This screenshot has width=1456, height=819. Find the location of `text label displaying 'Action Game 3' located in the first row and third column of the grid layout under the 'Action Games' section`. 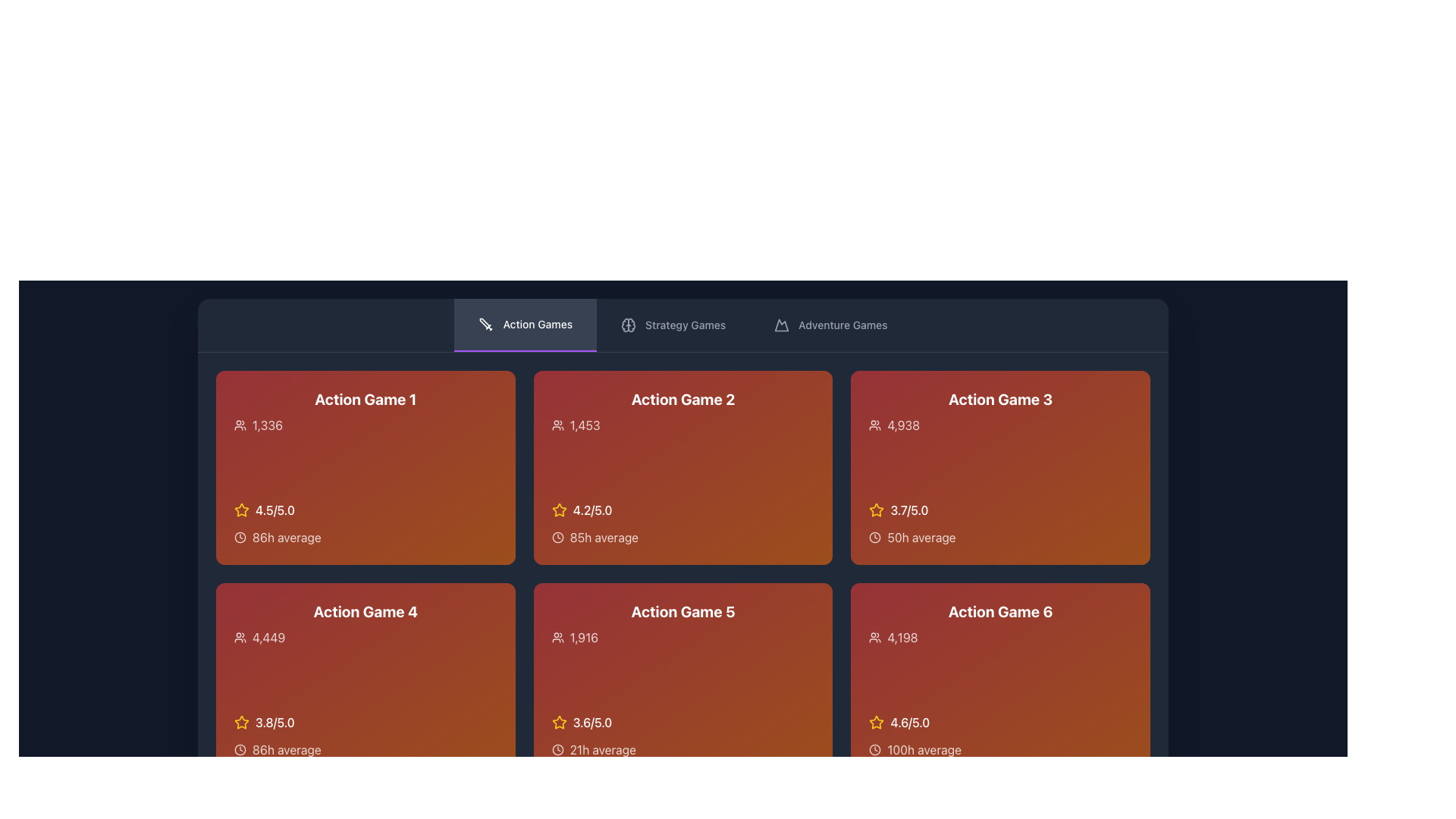

text label displaying 'Action Game 3' located in the first row and third column of the grid layout under the 'Action Games' section is located at coordinates (1000, 399).